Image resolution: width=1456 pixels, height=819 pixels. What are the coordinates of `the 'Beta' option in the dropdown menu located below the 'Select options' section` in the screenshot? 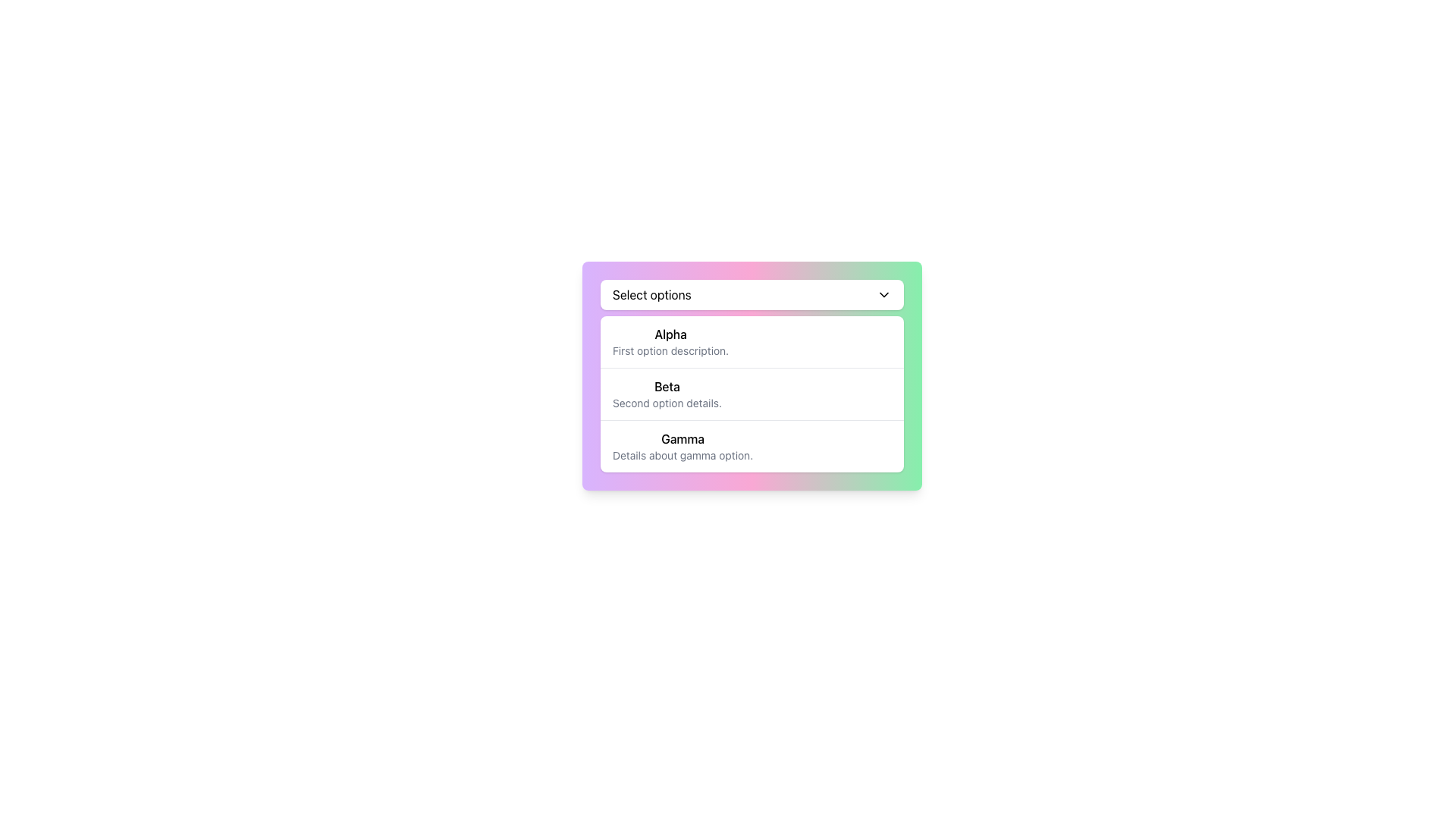 It's located at (752, 394).